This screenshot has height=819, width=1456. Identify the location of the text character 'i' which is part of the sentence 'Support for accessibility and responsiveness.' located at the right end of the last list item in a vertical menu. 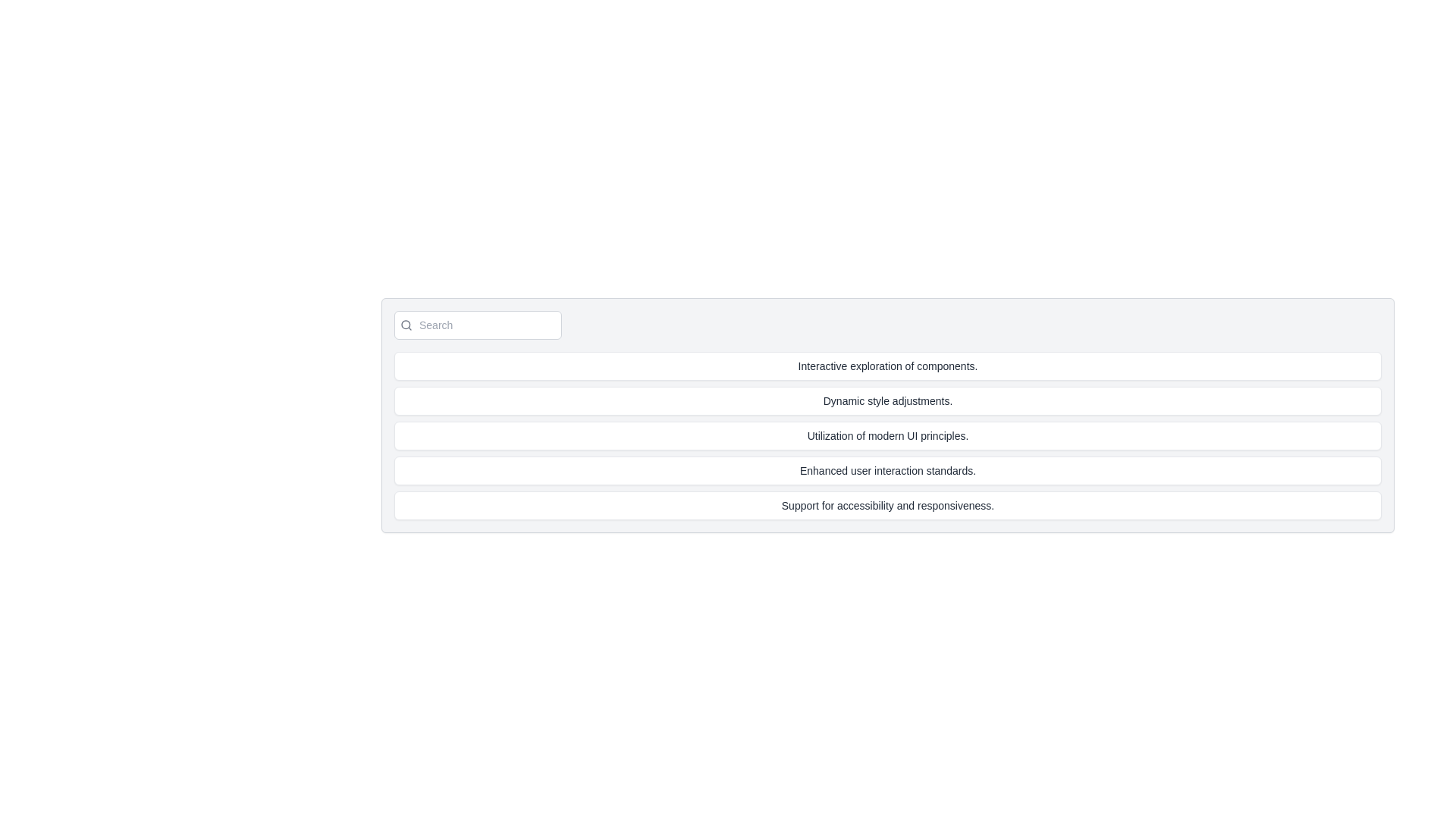
(955, 506).